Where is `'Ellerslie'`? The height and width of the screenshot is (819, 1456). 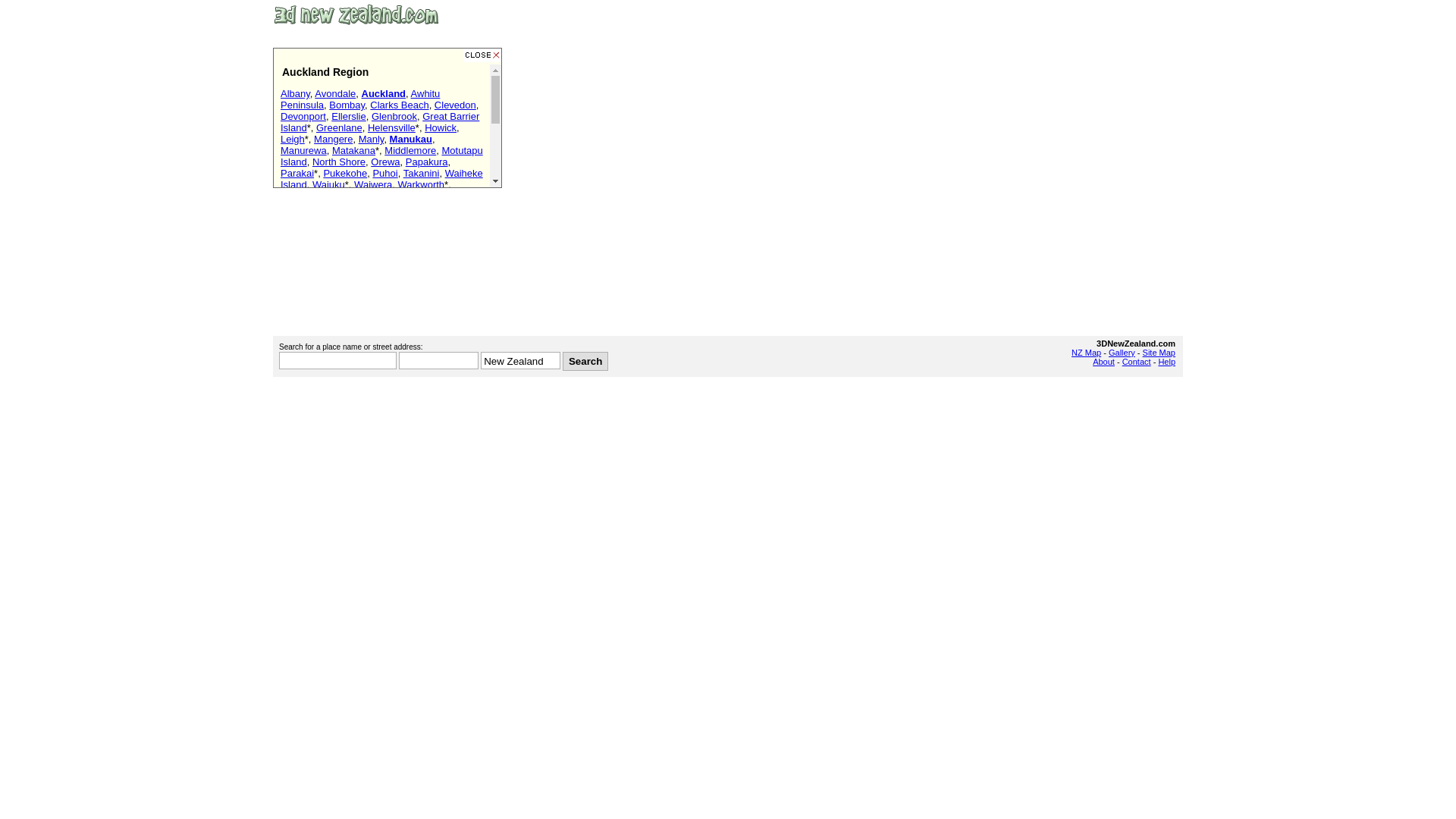 'Ellerslie' is located at coordinates (348, 115).